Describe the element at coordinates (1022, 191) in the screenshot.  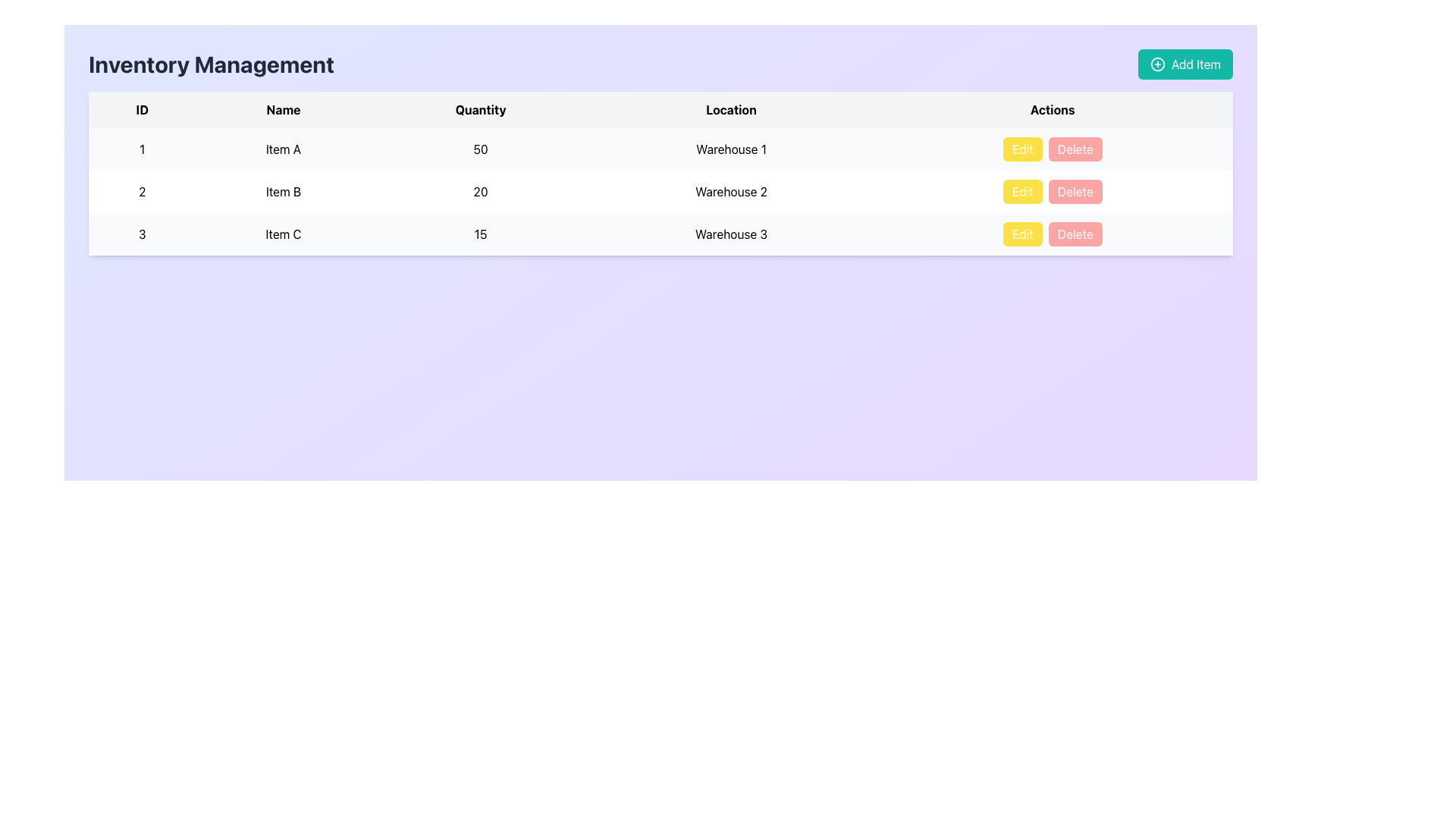
I see `the 'Edit' button with a yellow background and white text in the 'Actions' column of the second row` at that location.